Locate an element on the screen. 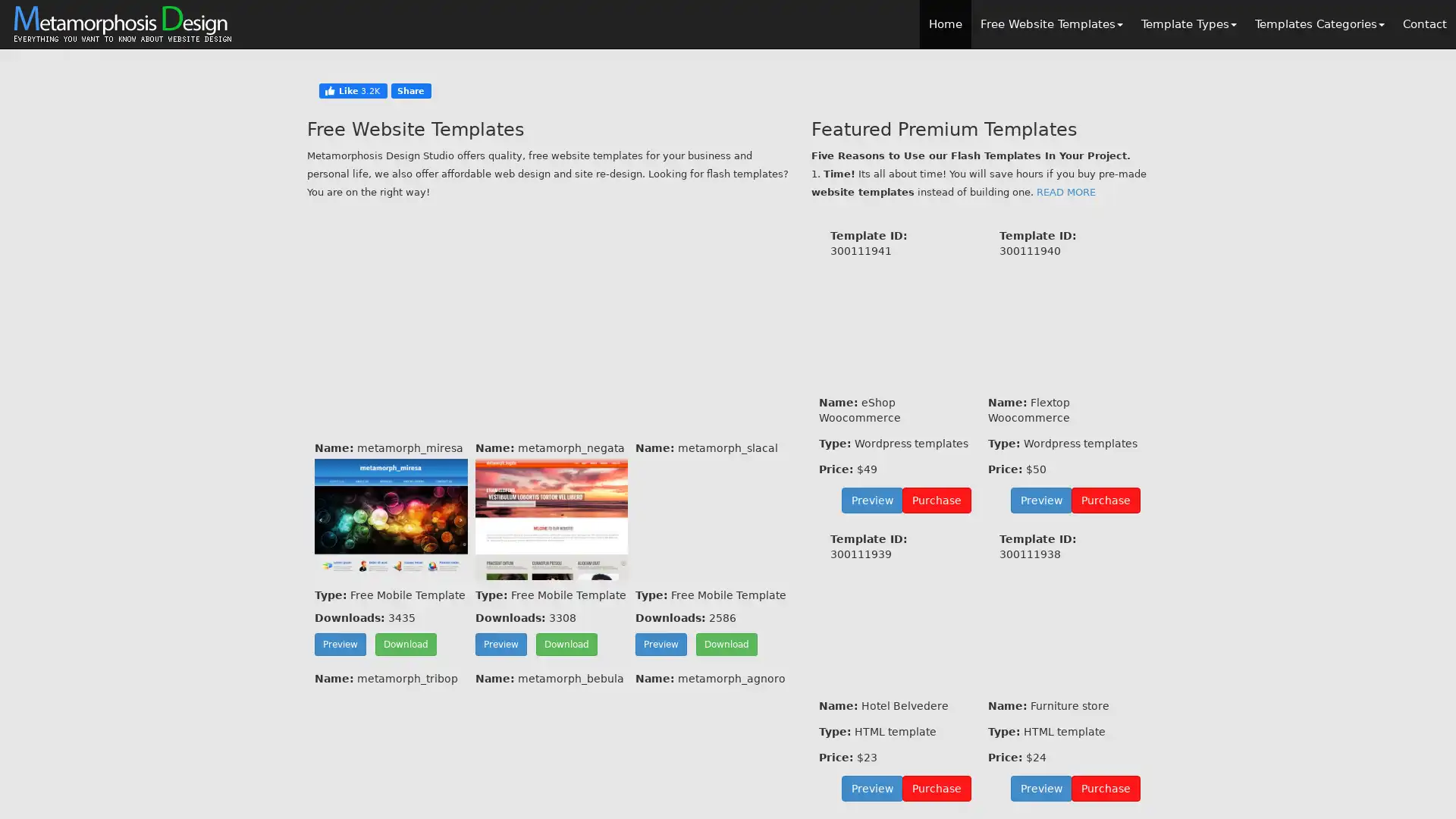 The height and width of the screenshot is (819, 1456). Purchase is located at coordinates (1105, 500).